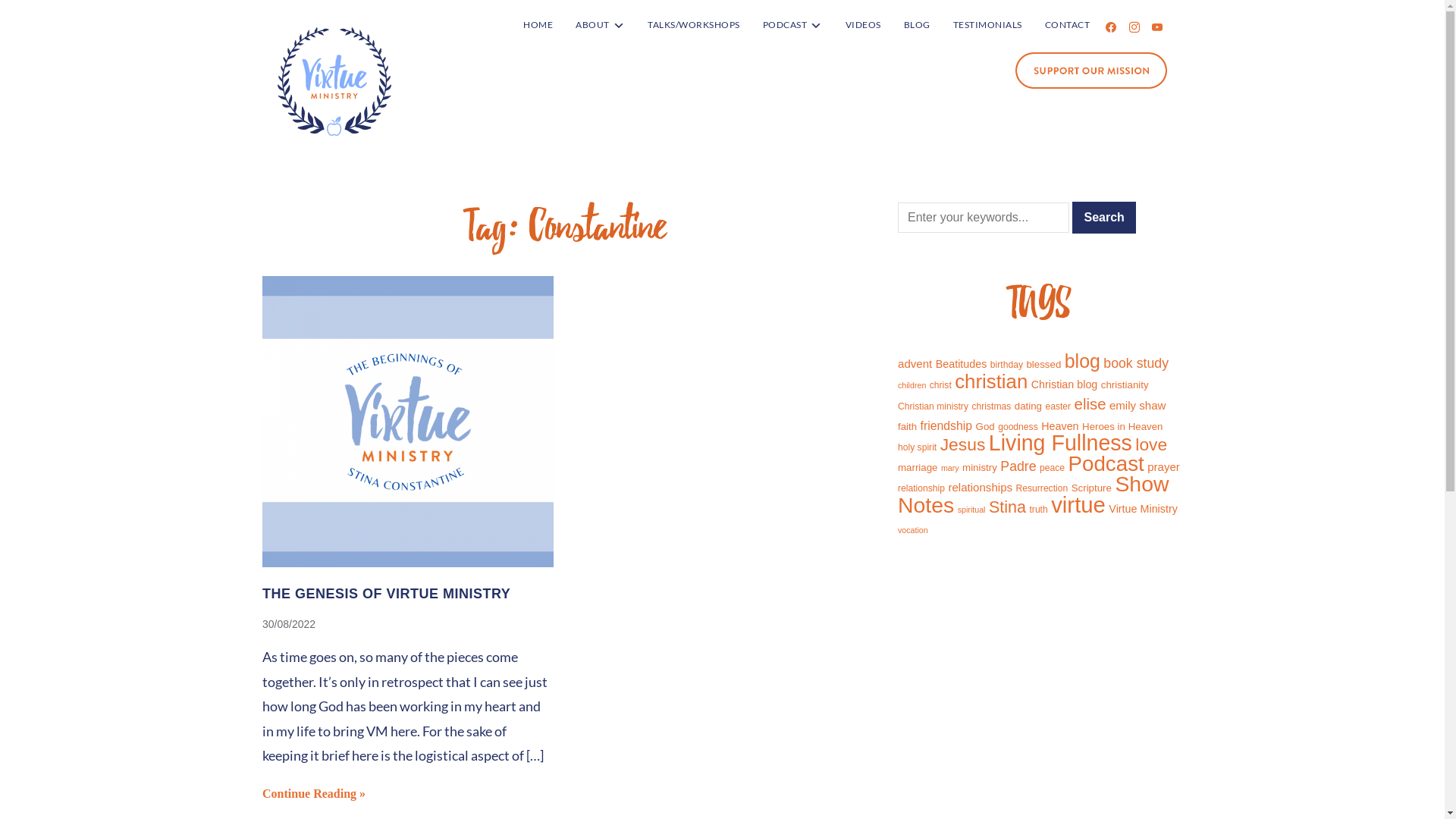 This screenshot has width=1456, height=819. Describe the element at coordinates (960, 363) in the screenshot. I see `'Beatitudes'` at that location.